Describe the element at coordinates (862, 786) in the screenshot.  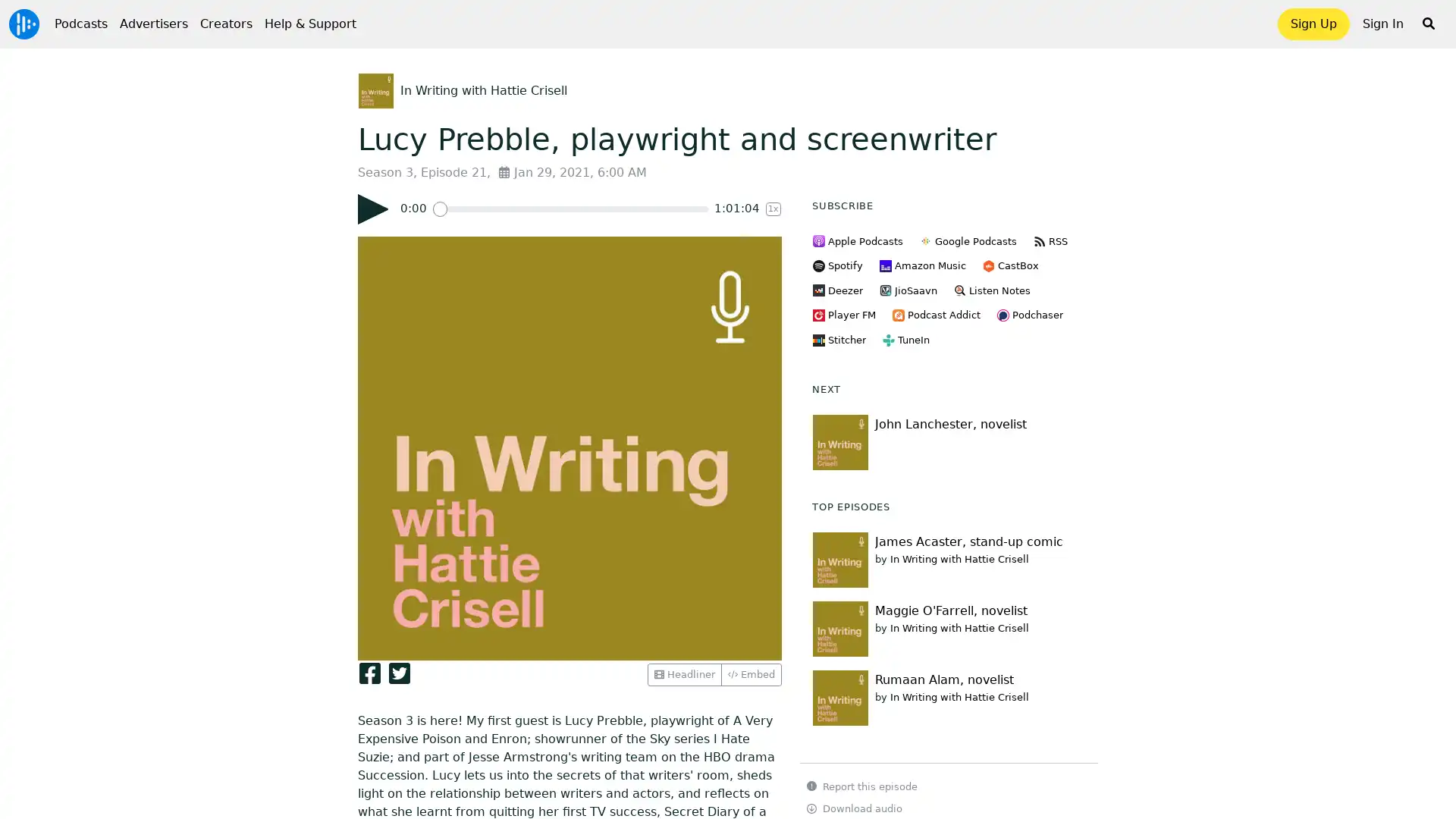
I see `Report this episode` at that location.